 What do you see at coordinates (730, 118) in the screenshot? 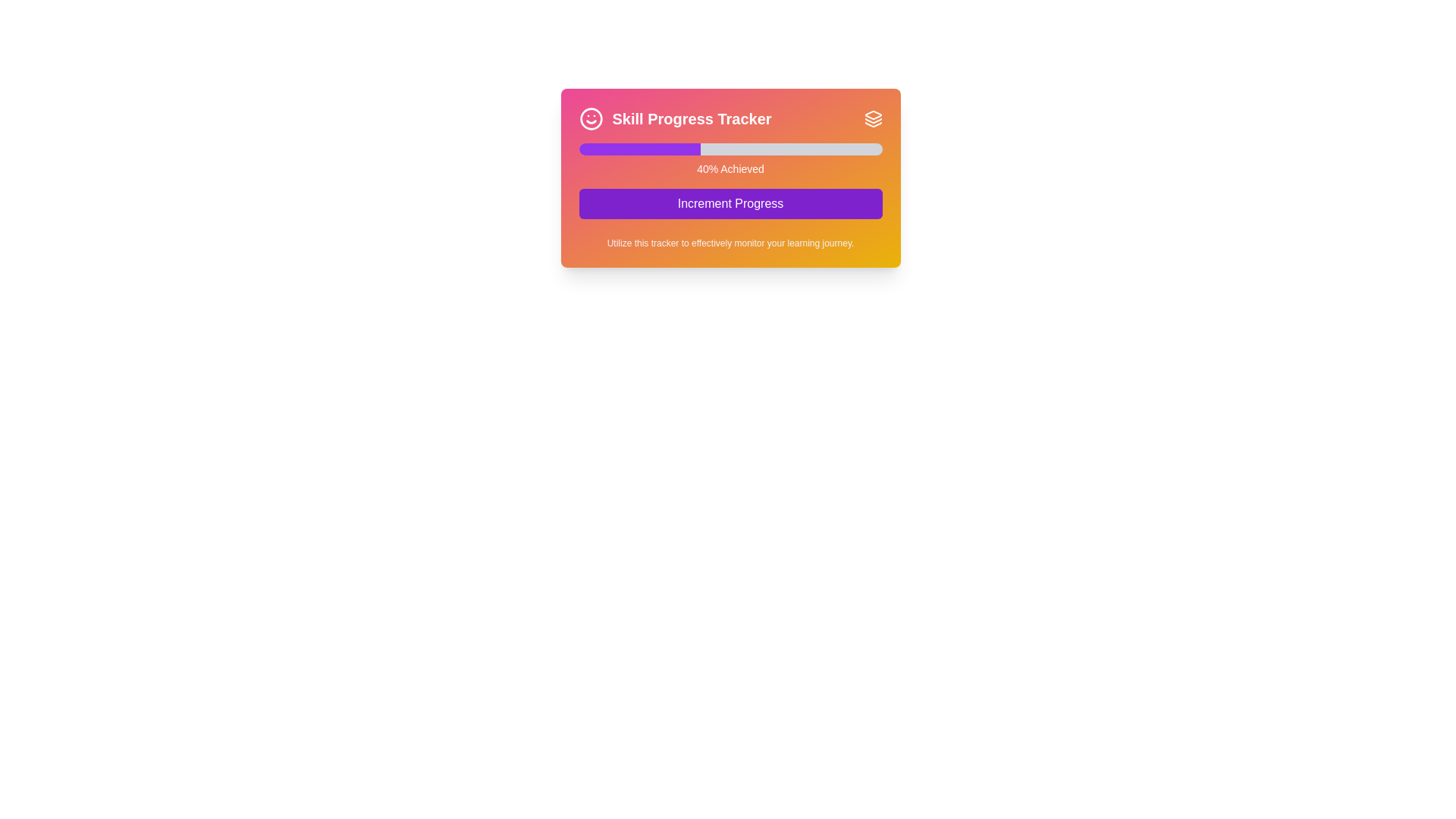
I see `title 'Skill Progress Tracker' from the Header section, which features a gradient background from pink to yellow and includes icons on either side` at bounding box center [730, 118].